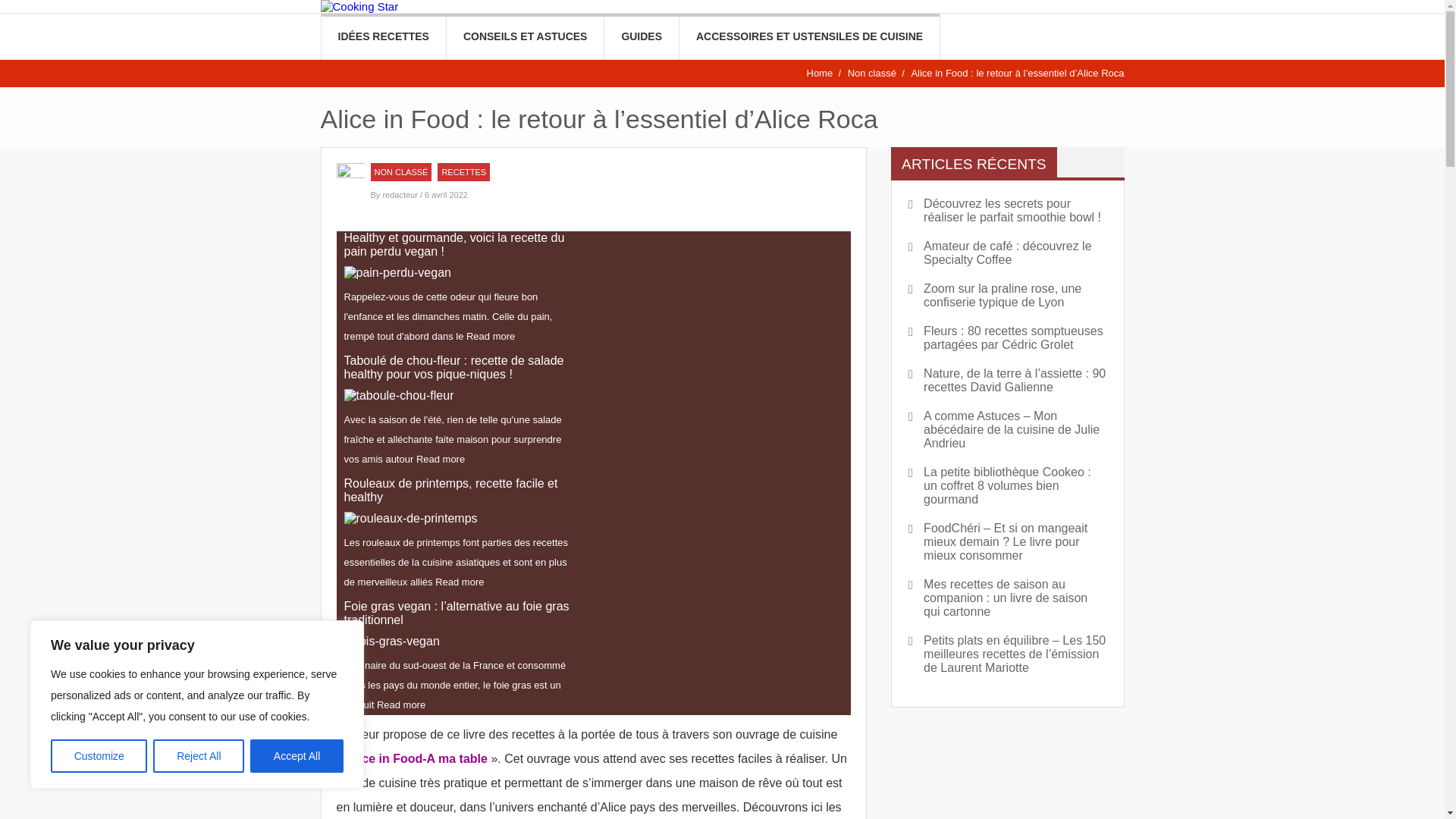  Describe the element at coordinates (641, 35) in the screenshot. I see `'GUIDES'` at that location.